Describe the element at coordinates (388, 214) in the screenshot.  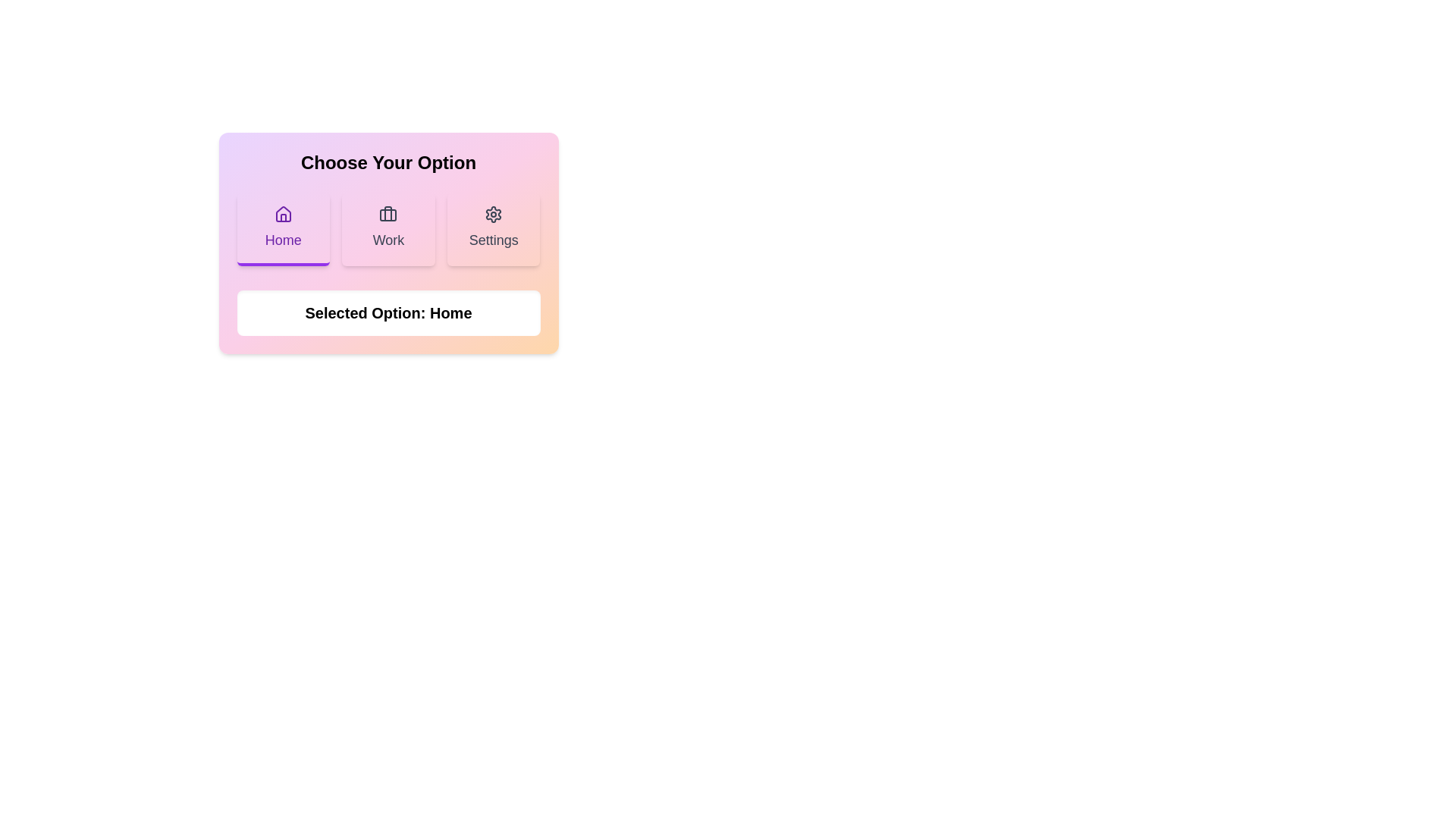
I see `the 'Work' icon, which resembles a briefcase and is located in the second button of a row labeled 'Home', 'Work', and 'Settings'` at that location.